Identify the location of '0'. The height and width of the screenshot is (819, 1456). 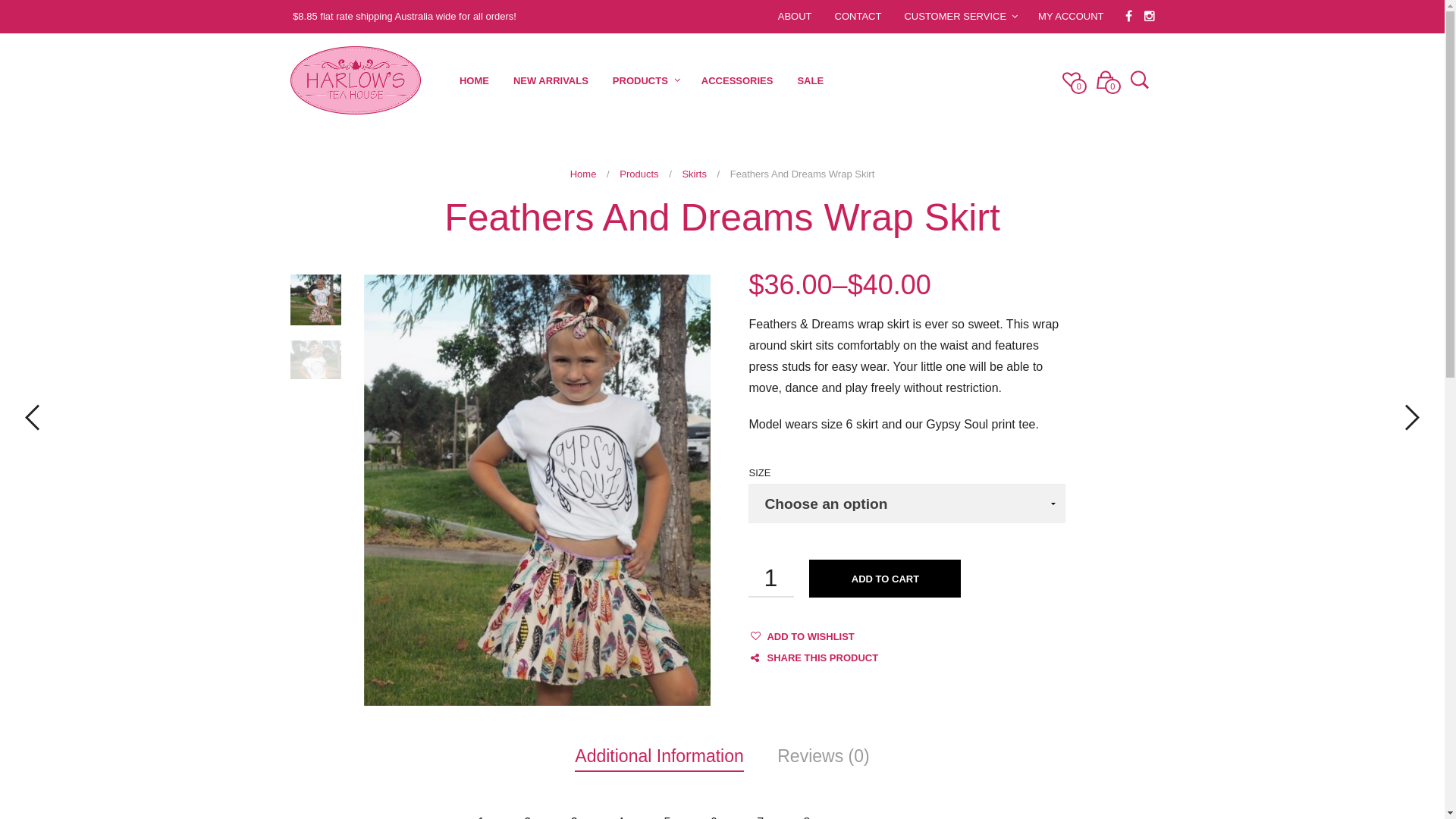
(1070, 79).